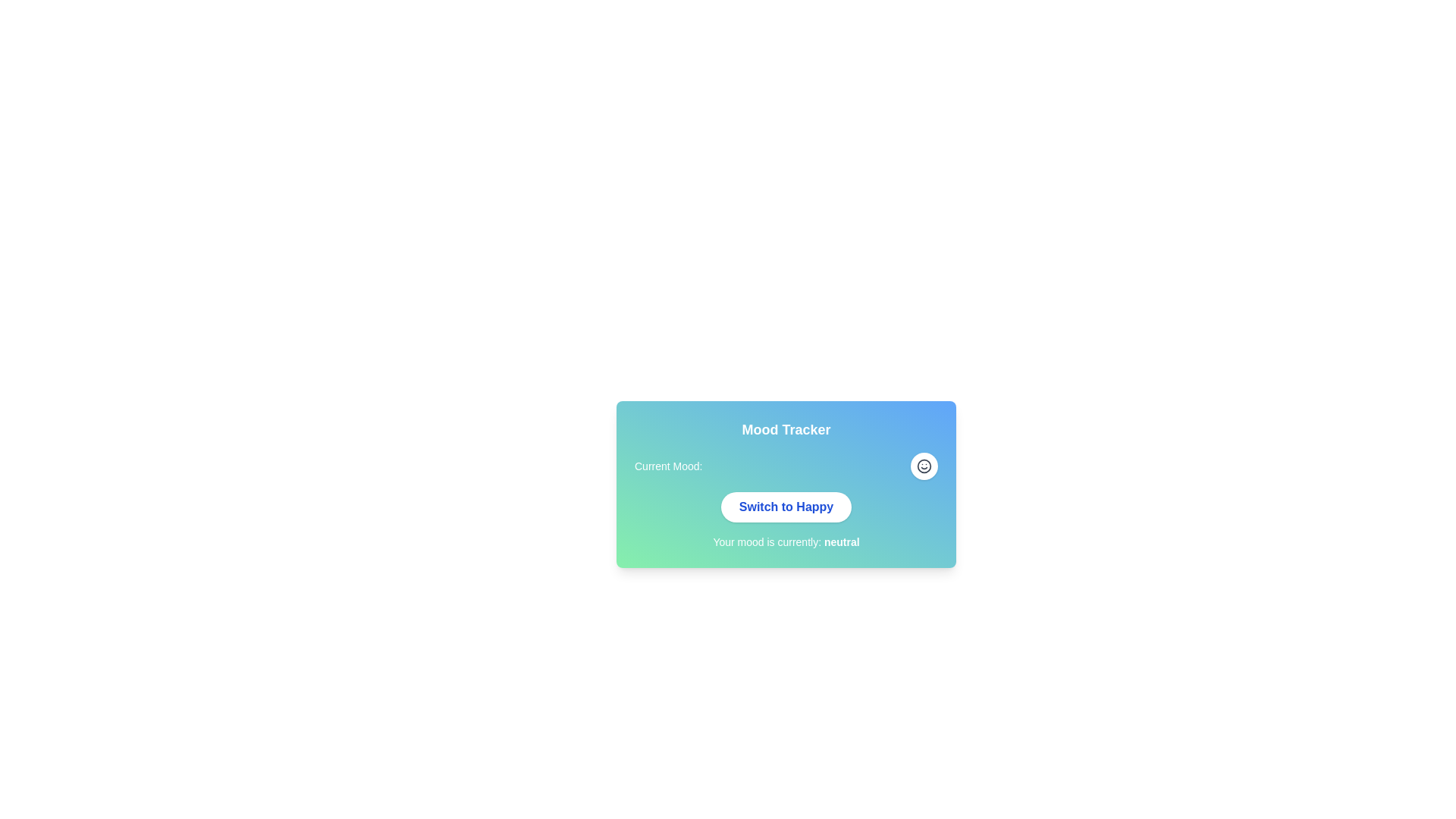 The width and height of the screenshot is (1456, 819). Describe the element at coordinates (786, 430) in the screenshot. I see `title of the card located at the top of the mood tracking card, which serves as the heading and identifies the content and purpose of the card` at that location.